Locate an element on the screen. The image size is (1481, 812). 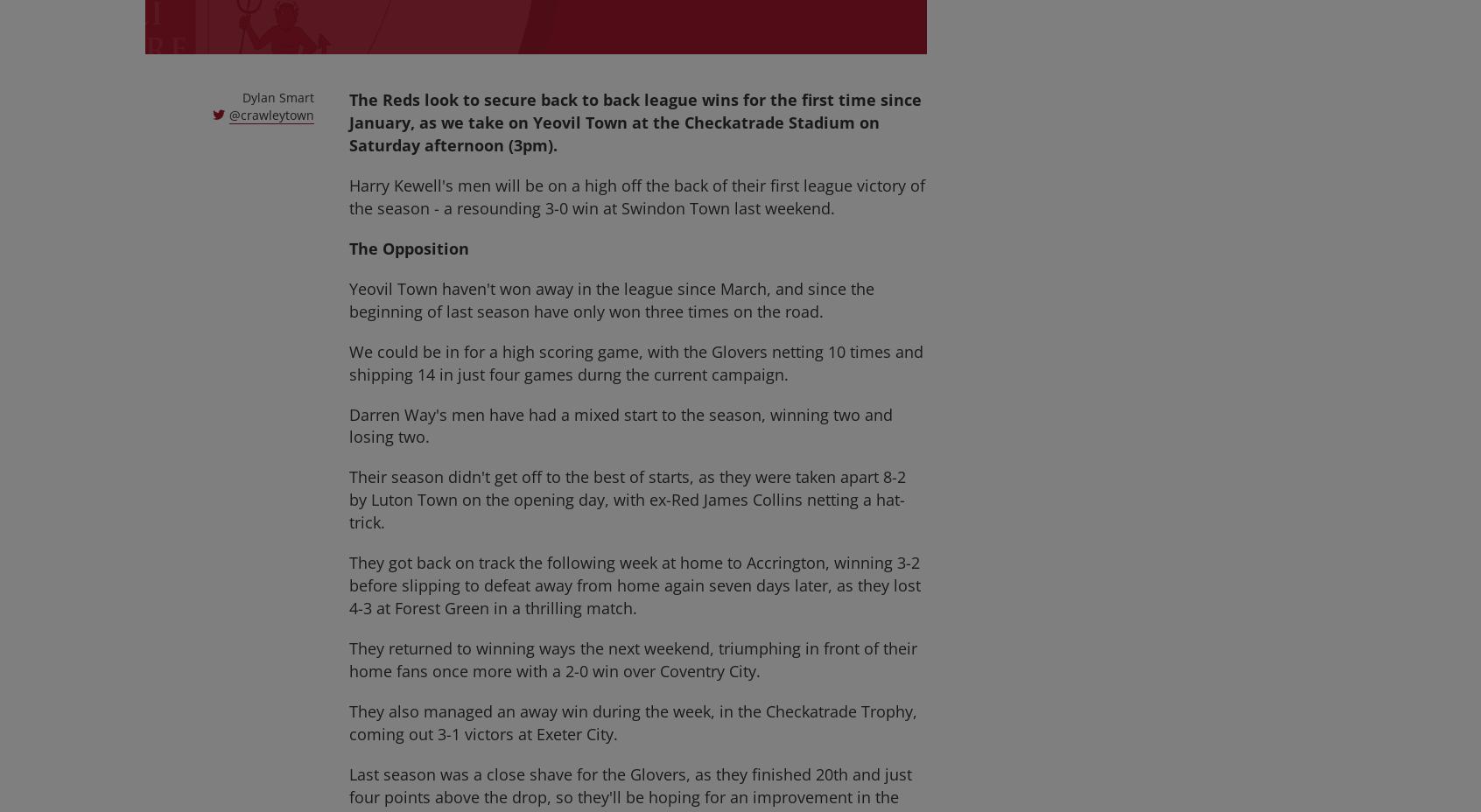
'They also managed an away win during the week, in the Checkatrade Trophy, coming out 3-1 victors at Exeter City.' is located at coordinates (632, 723).